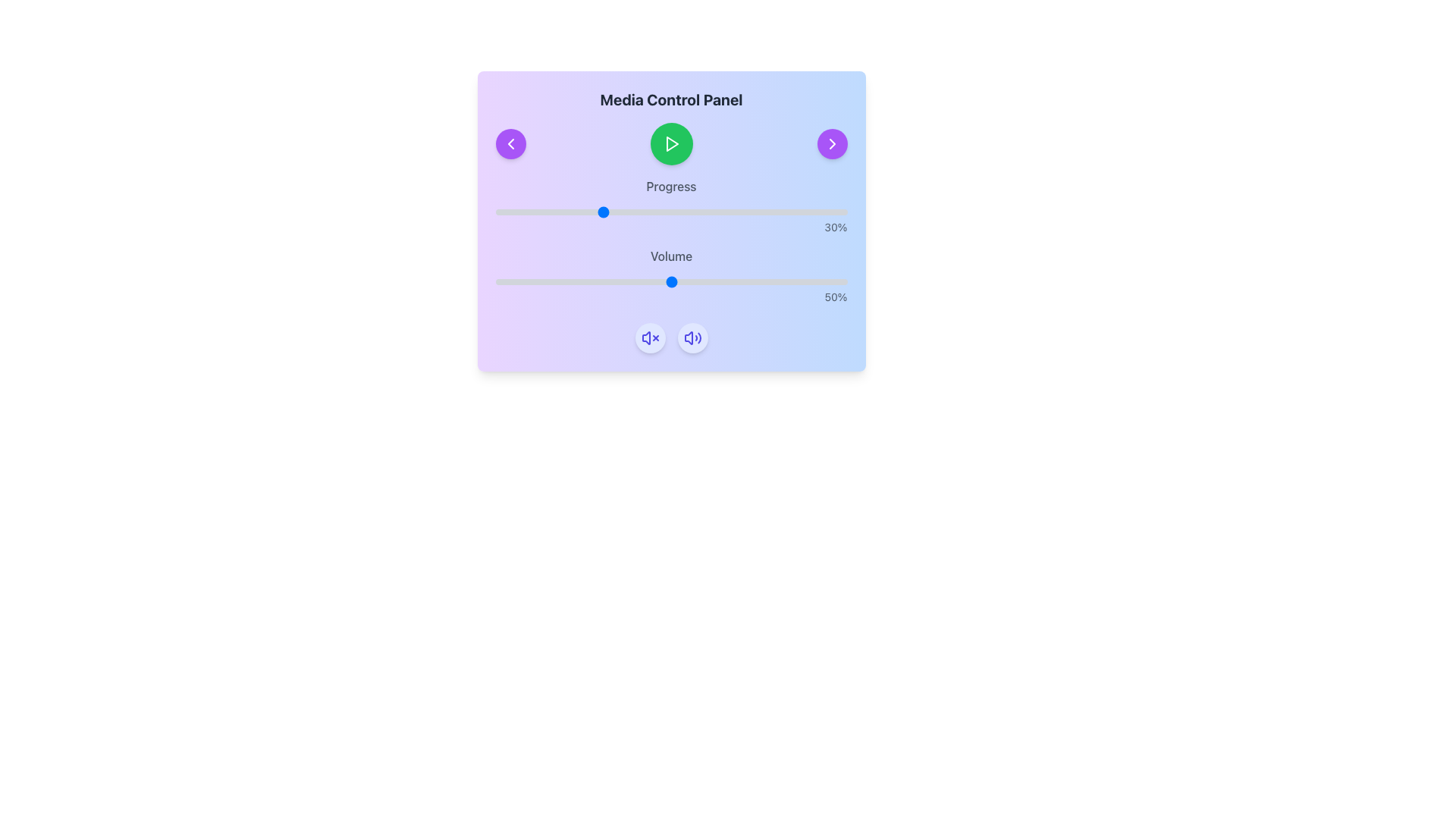  Describe the element at coordinates (670, 206) in the screenshot. I see `progress percentage displayed on the central progress bar of the 'Media Control Panel' which indicates the current playback position` at that location.